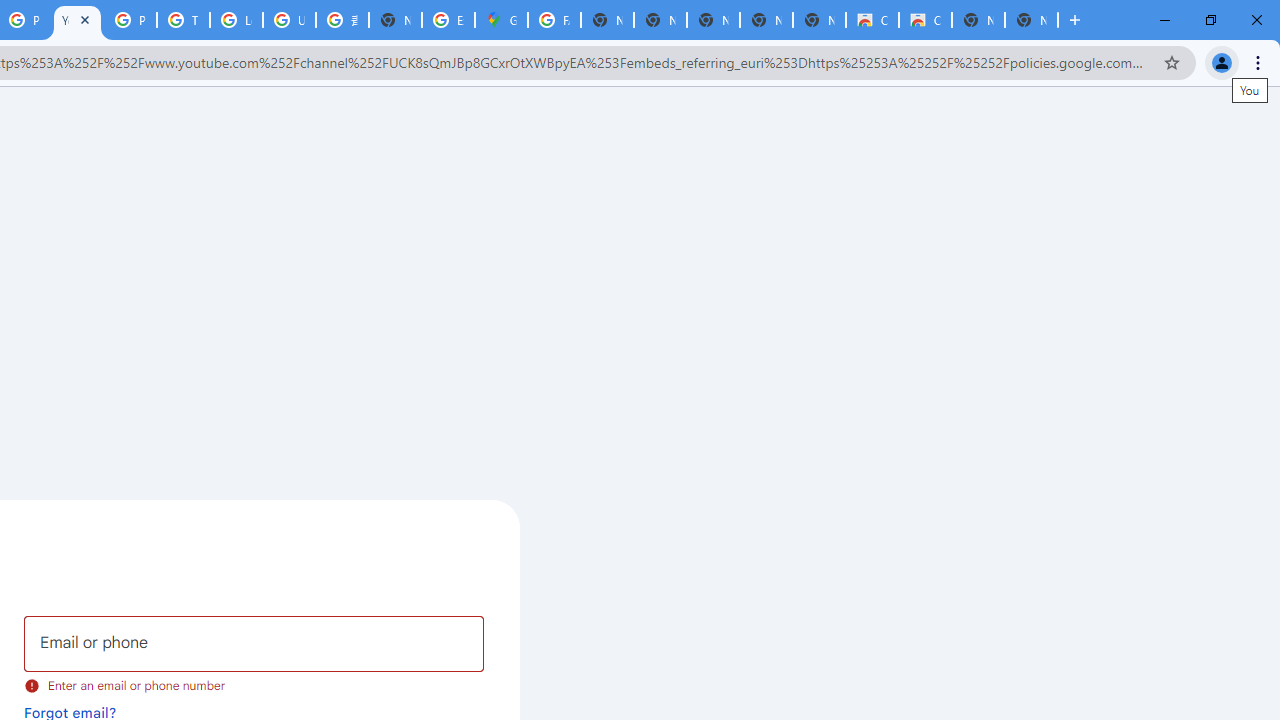 This screenshot has width=1280, height=720. I want to click on 'Email or phone', so click(253, 643).